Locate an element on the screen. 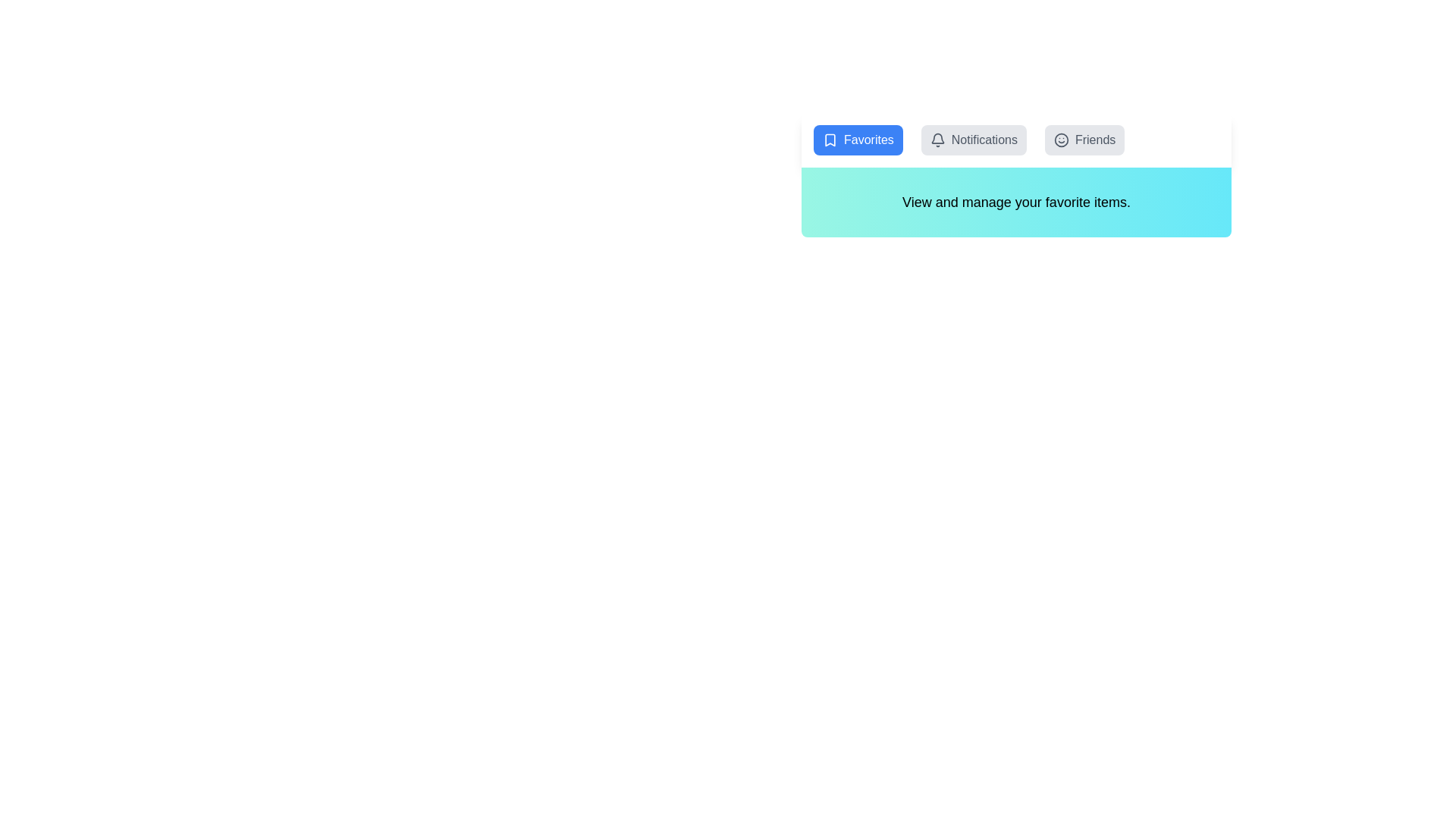 This screenshot has height=819, width=1456. the Favorites tab to observe its hover effect is located at coordinates (858, 140).